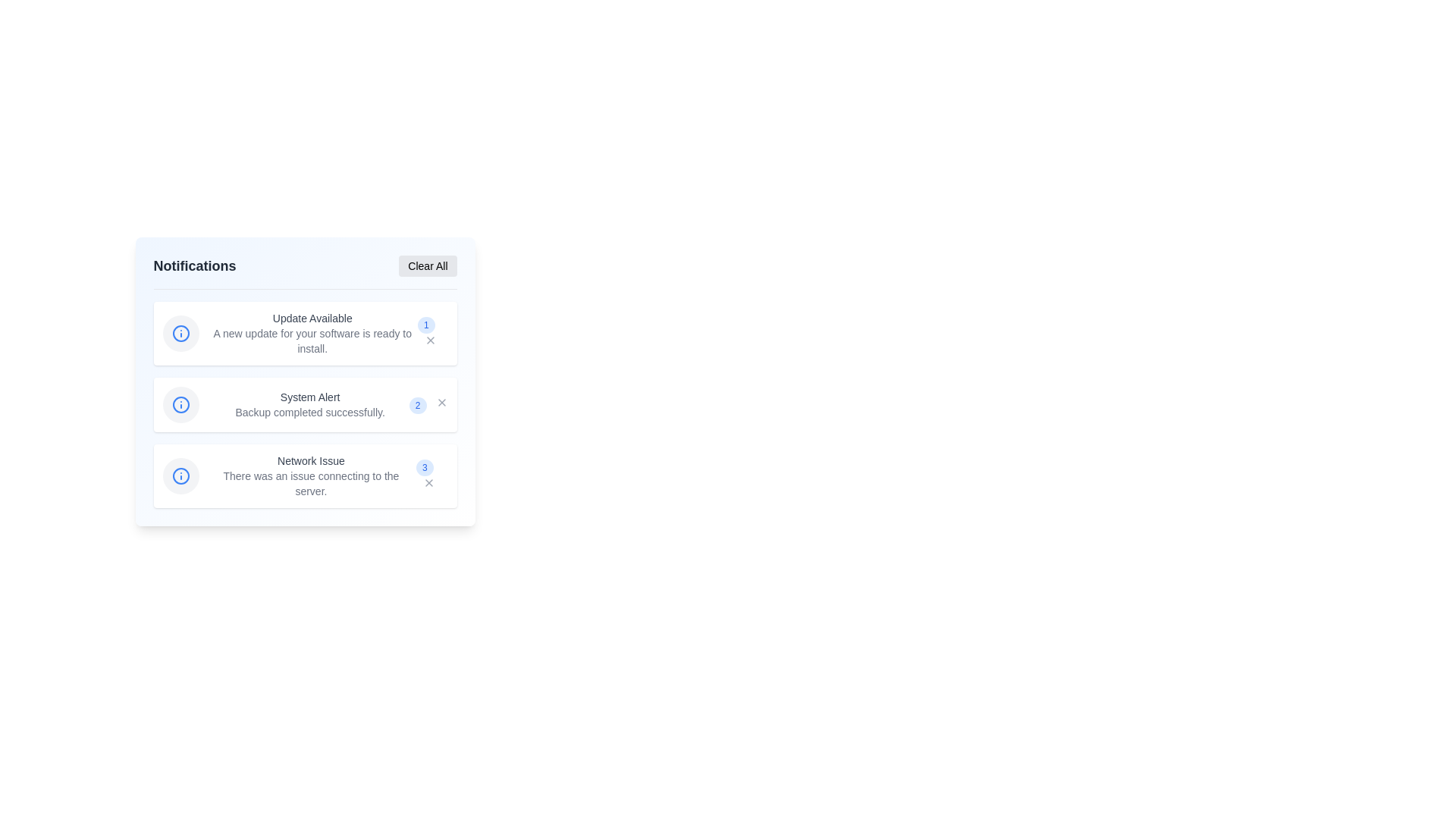 Image resolution: width=1456 pixels, height=819 pixels. I want to click on the Text Label that notifies the user about an update, which is located above the text 'A new update for your software is ready to install.' and aligned centrally within the notification area, so click(312, 318).